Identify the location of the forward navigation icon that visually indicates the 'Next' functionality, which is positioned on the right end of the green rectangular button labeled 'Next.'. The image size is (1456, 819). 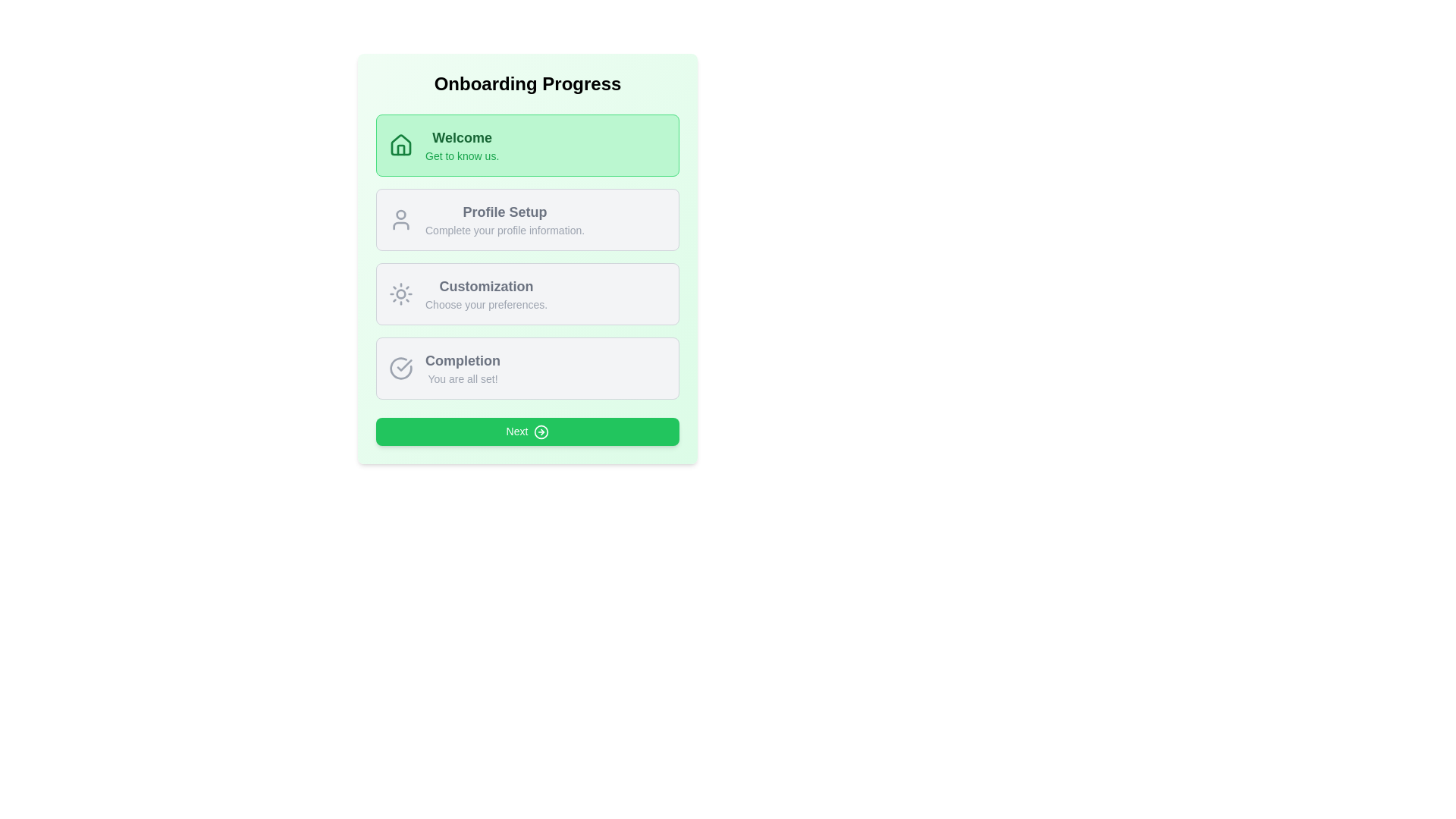
(541, 432).